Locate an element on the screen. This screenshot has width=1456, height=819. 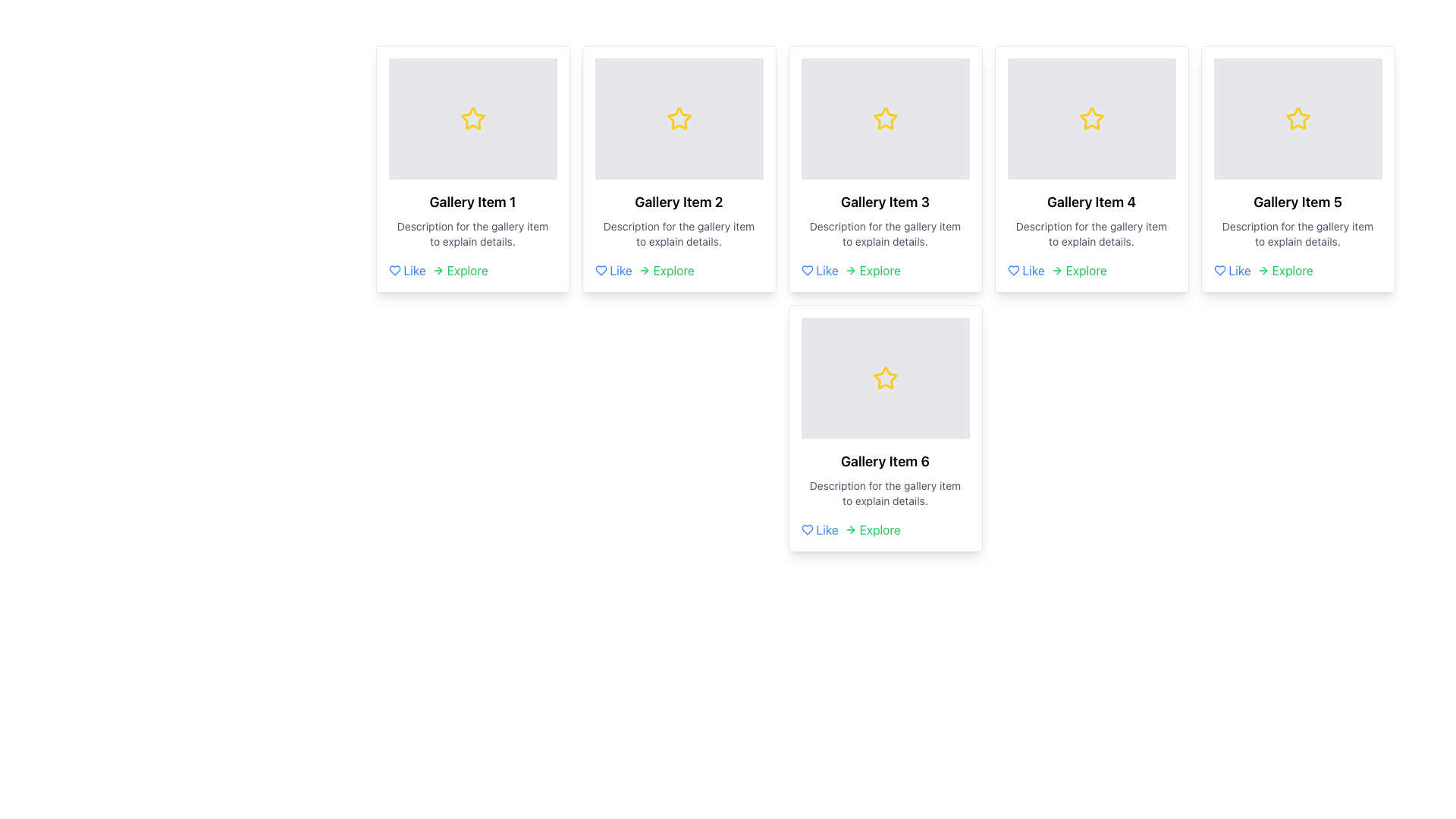
the blue heart-shaped icon within the 'Like' clickable text area is located at coordinates (600, 270).